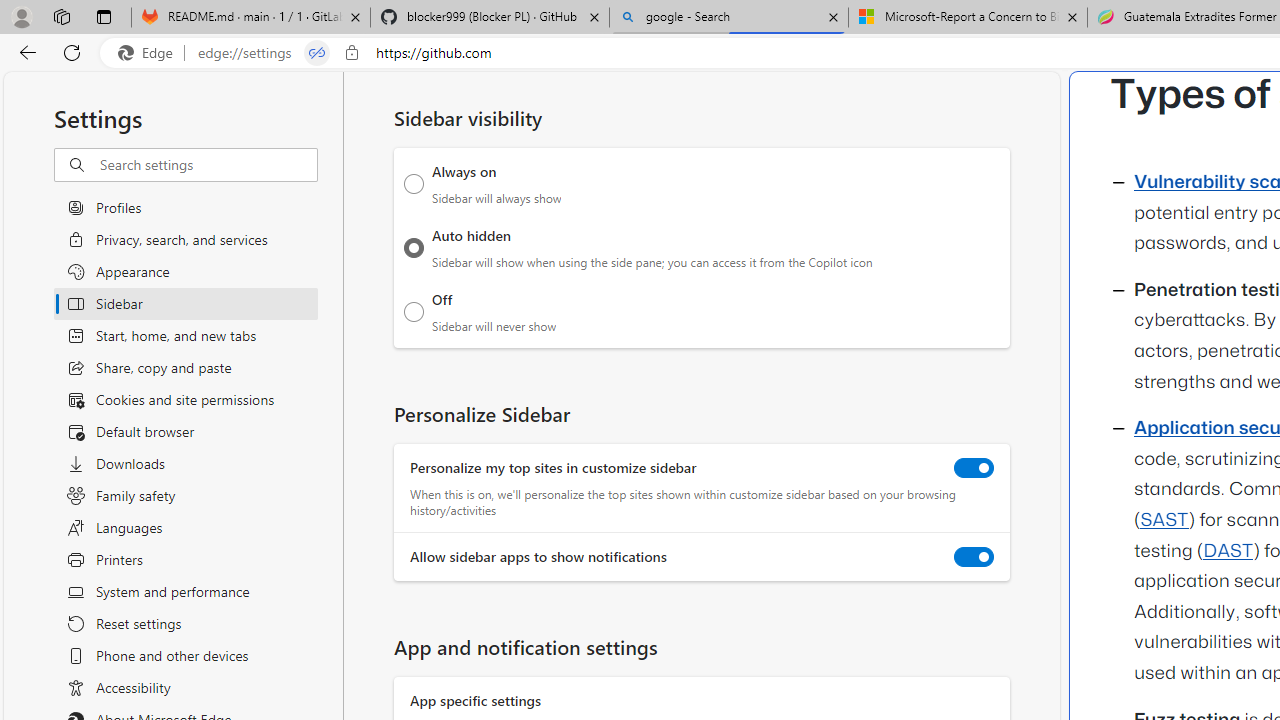 This screenshot has height=720, width=1280. I want to click on 'Allow sidebar apps to show notifications', so click(974, 557).